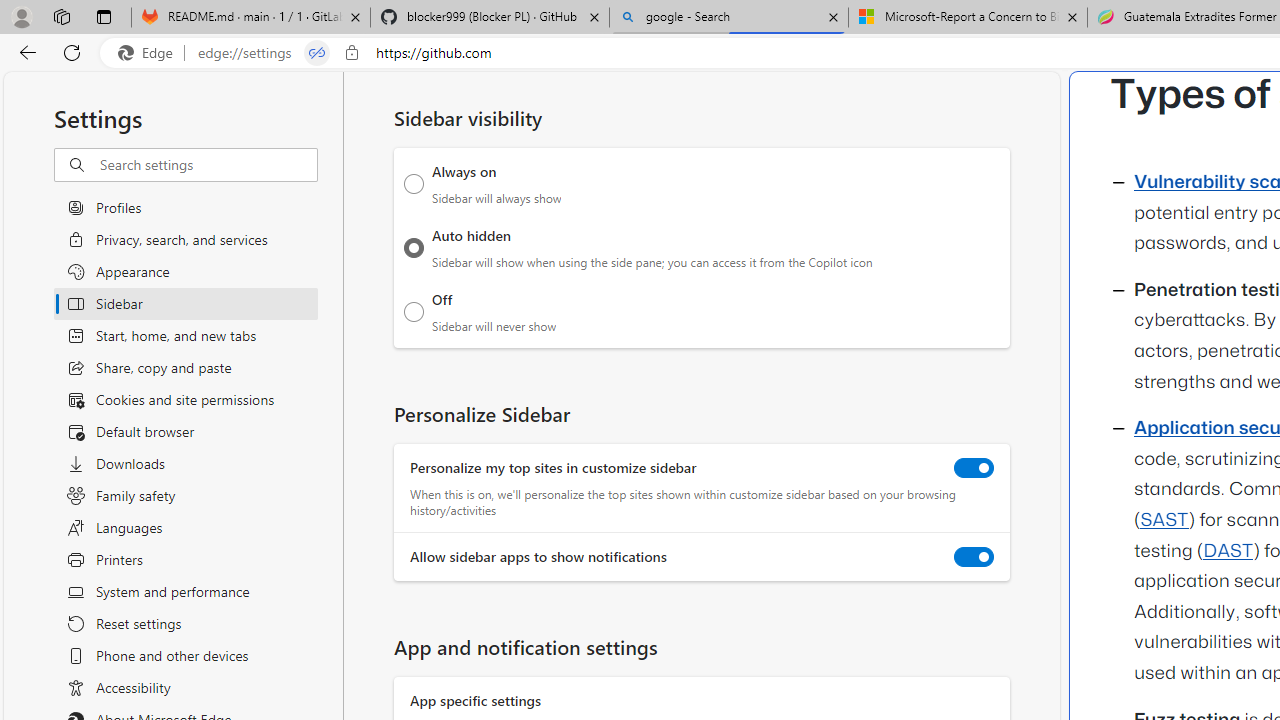 This screenshot has height=720, width=1280. I want to click on 'Allow sidebar apps to show notifications', so click(974, 557).